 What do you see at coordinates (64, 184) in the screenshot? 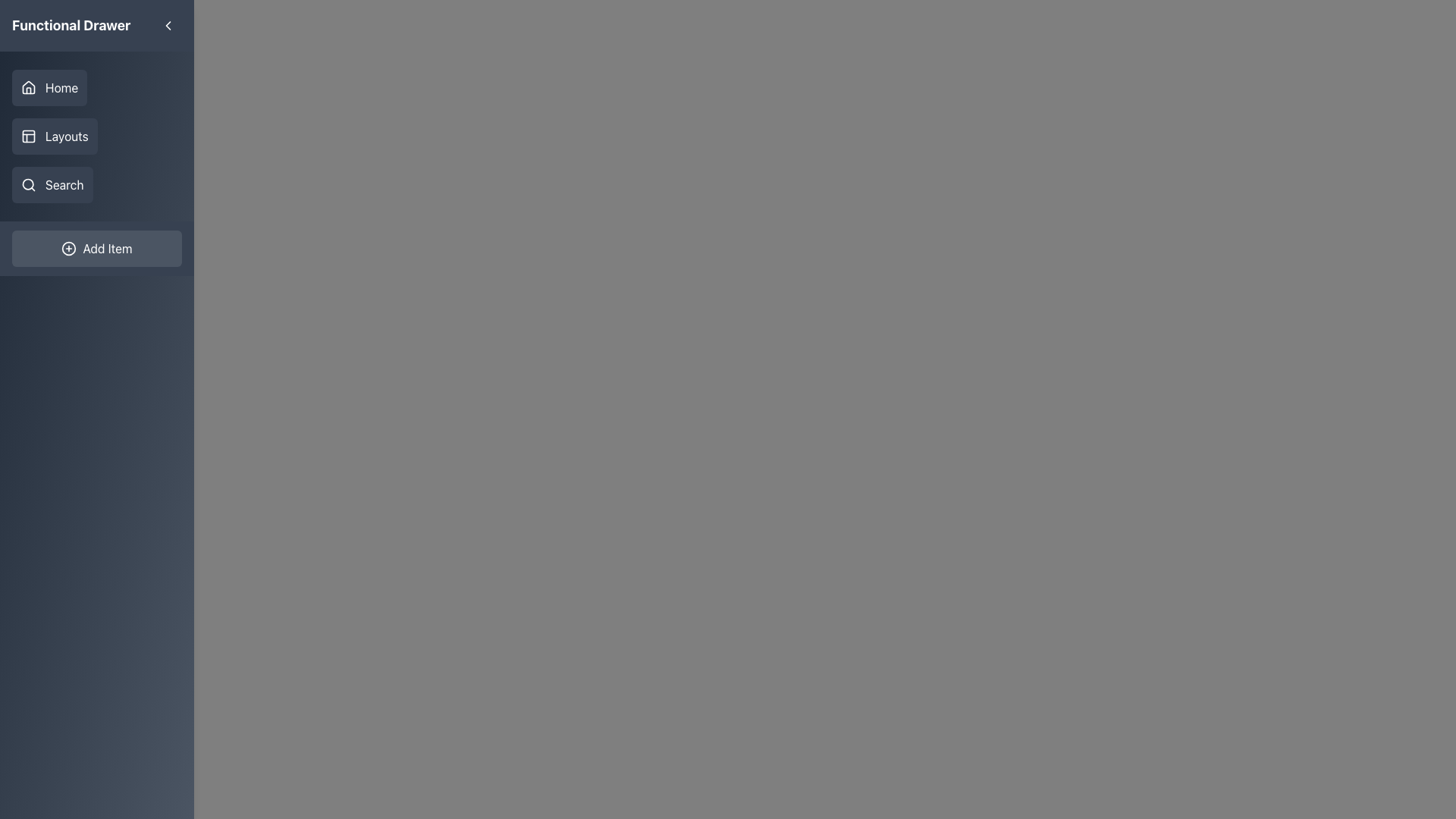
I see `text label displaying 'Search' in white against a dark background, located in the left-hand side navigation bar as the third entry in the menu` at bounding box center [64, 184].